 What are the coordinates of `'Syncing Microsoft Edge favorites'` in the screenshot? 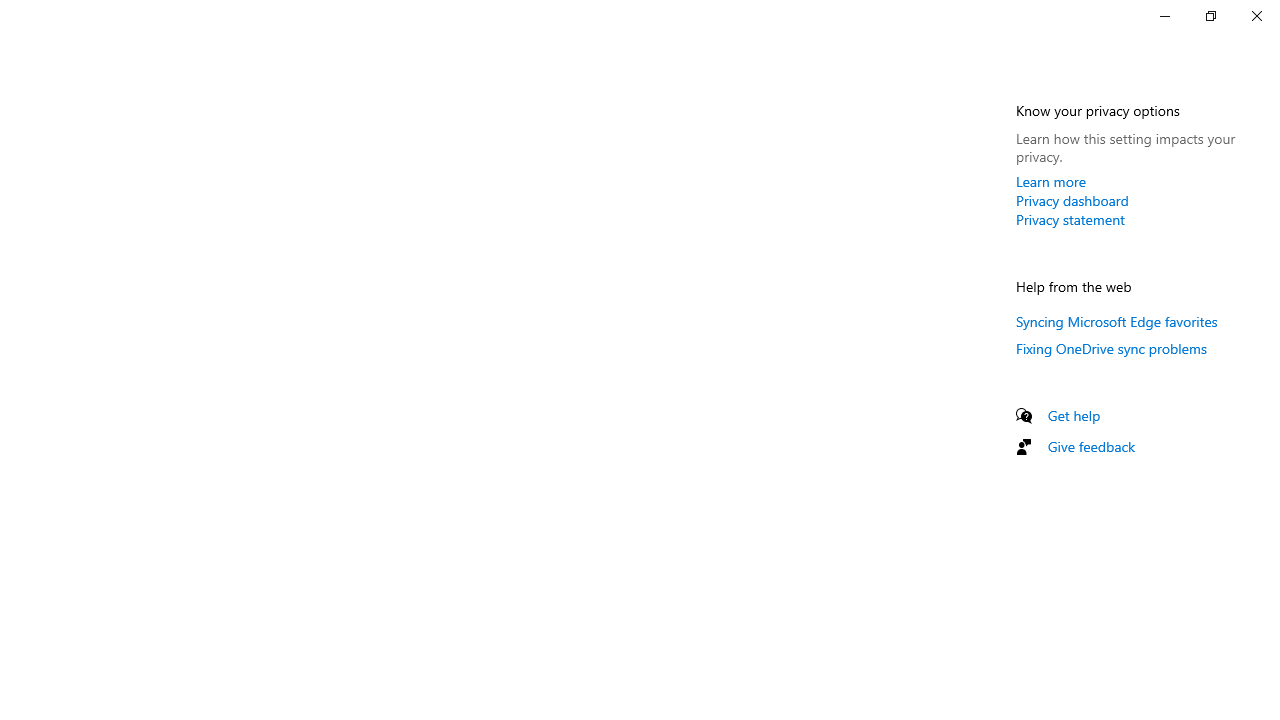 It's located at (1116, 320).